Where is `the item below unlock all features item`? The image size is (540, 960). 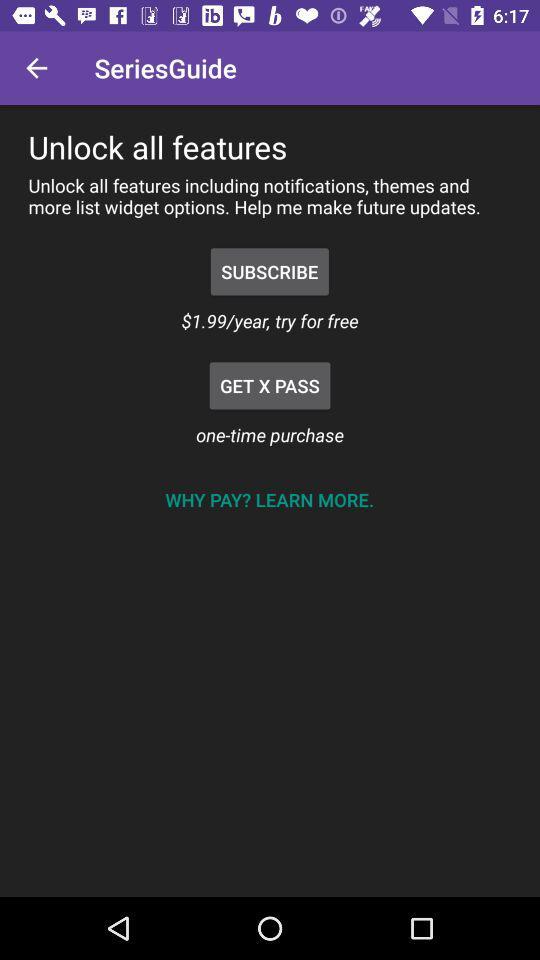 the item below unlock all features item is located at coordinates (269, 270).